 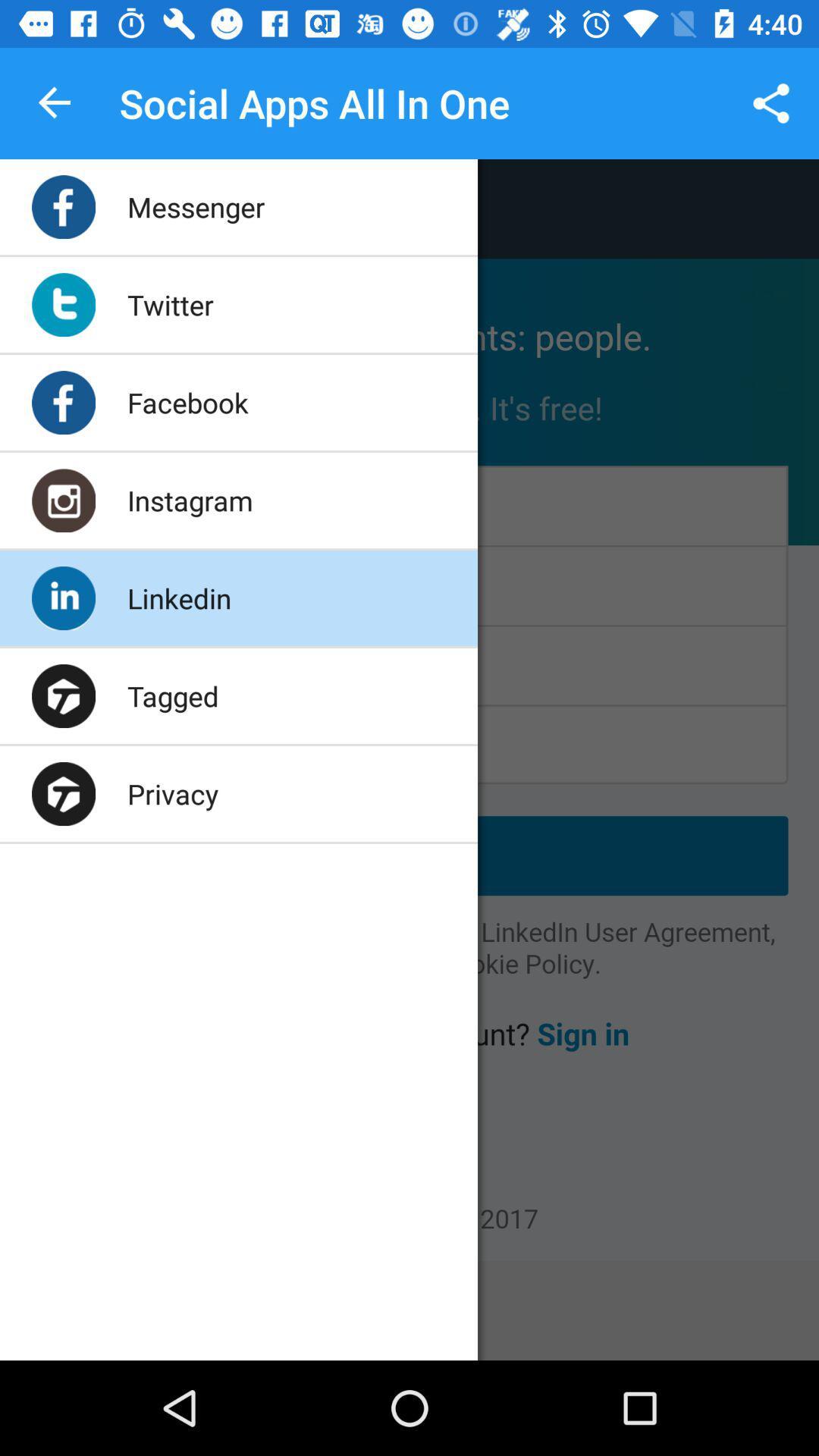 What do you see at coordinates (178, 597) in the screenshot?
I see `linkedin` at bounding box center [178, 597].